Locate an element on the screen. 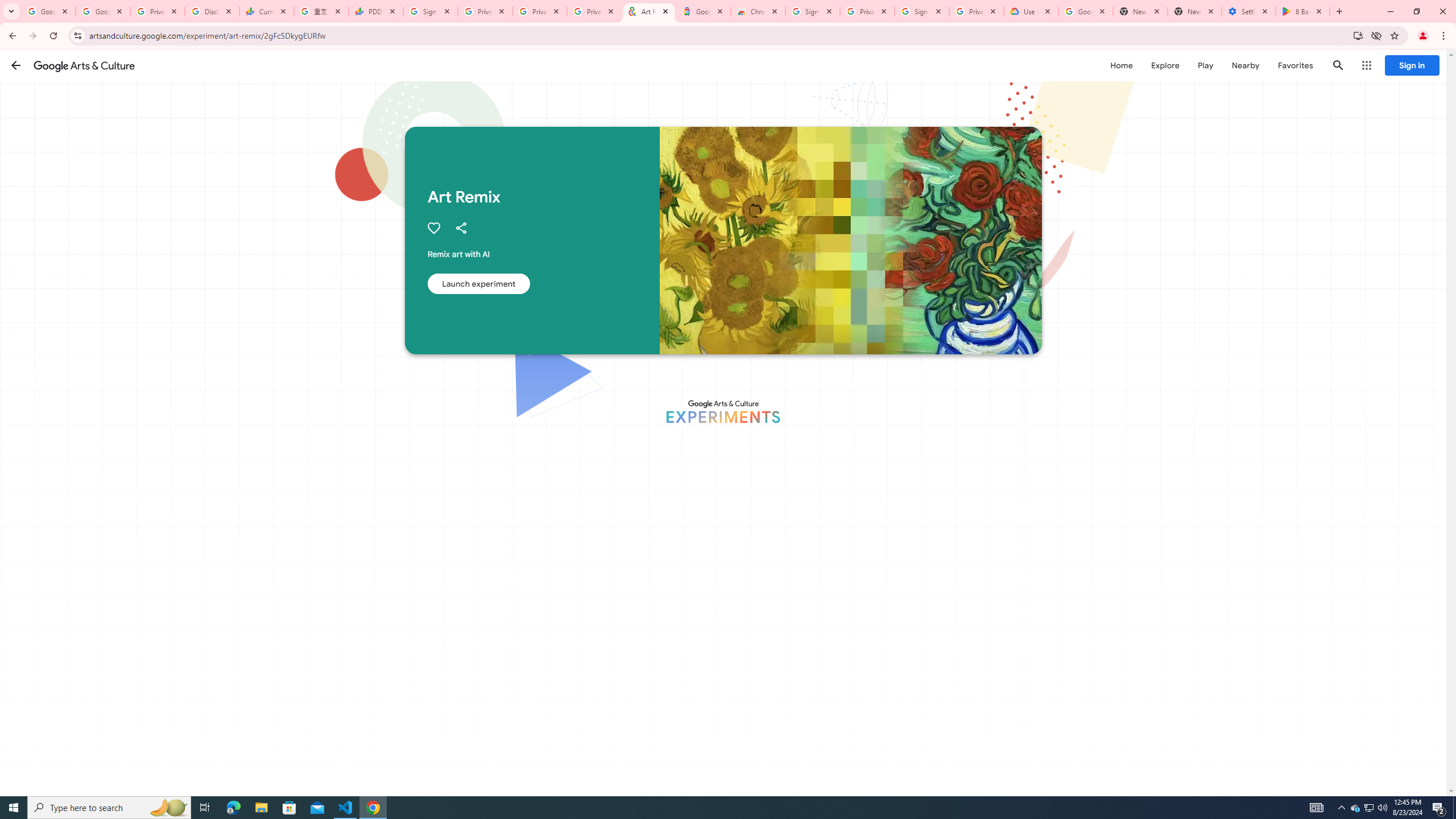 Image resolution: width=1456 pixels, height=819 pixels. 'Chrome Web Store - Color themes by Chrome' is located at coordinates (758, 11).